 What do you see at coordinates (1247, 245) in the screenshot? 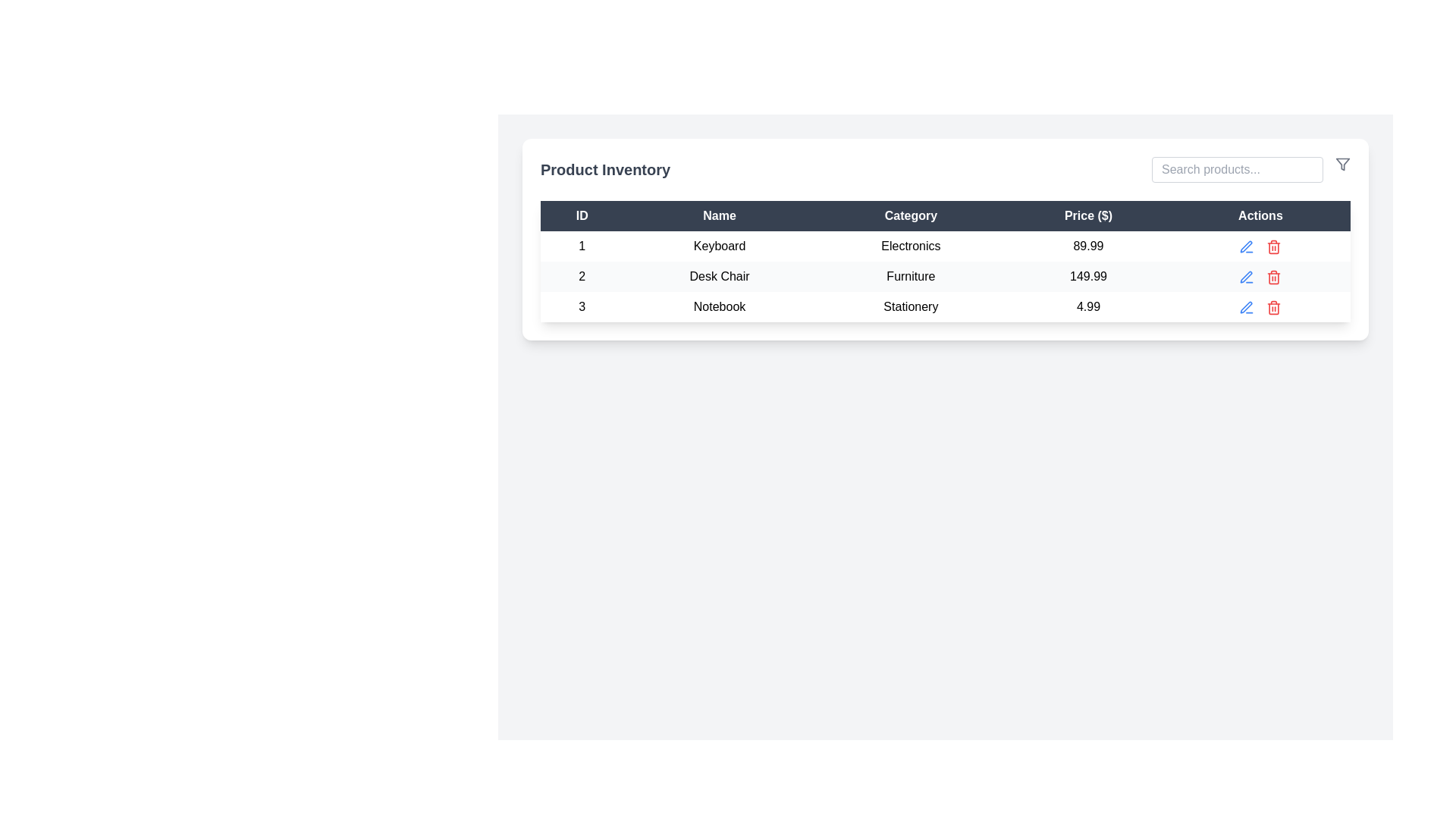
I see `the 'Edit' button, which is the first interactive icon in the 'Actions' column for the first row of the table` at bounding box center [1247, 245].